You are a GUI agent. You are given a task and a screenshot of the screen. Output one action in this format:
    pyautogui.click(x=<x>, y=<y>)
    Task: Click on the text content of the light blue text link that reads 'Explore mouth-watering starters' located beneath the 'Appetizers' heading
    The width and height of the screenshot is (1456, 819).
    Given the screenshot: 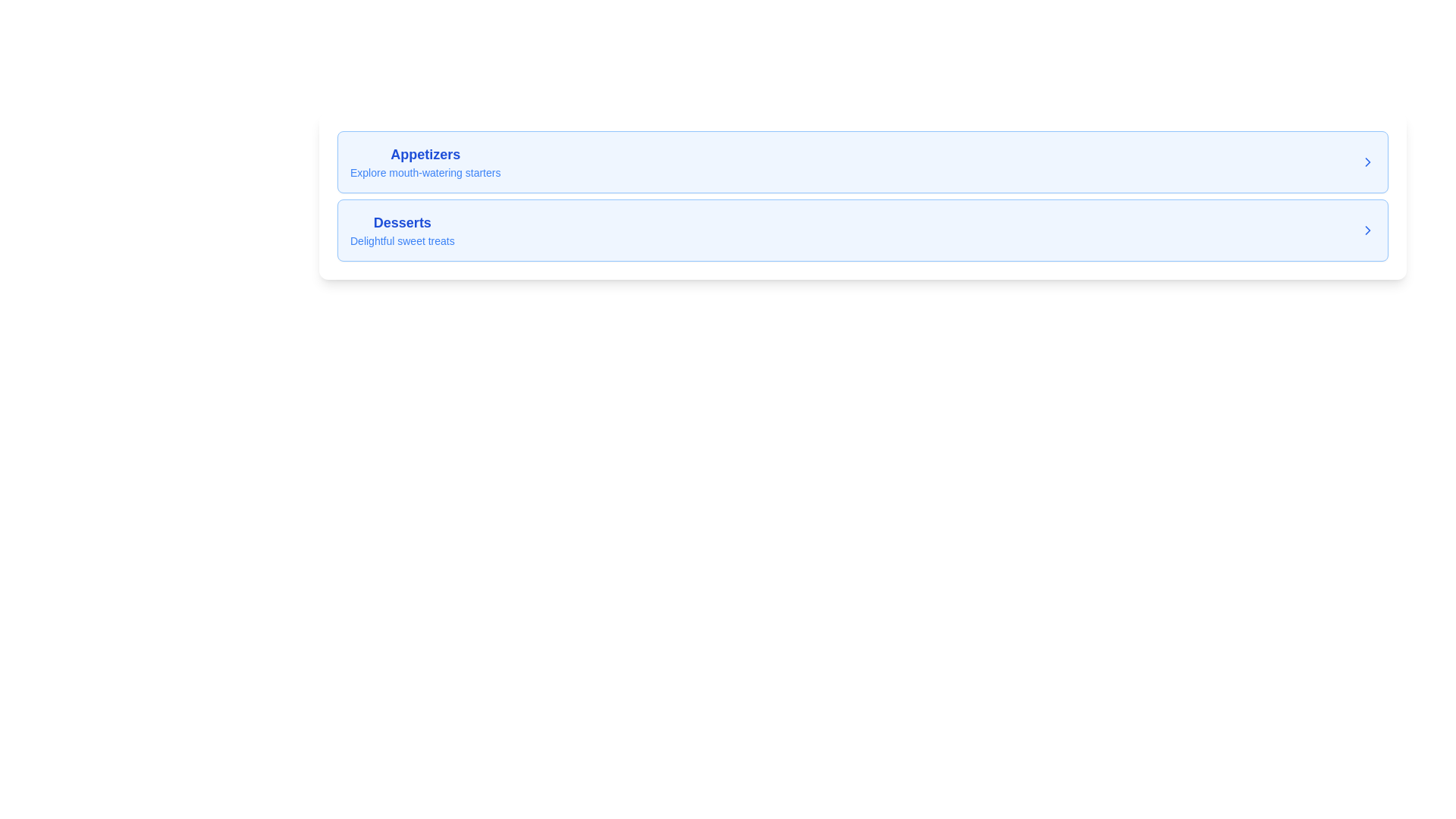 What is the action you would take?
    pyautogui.click(x=425, y=171)
    